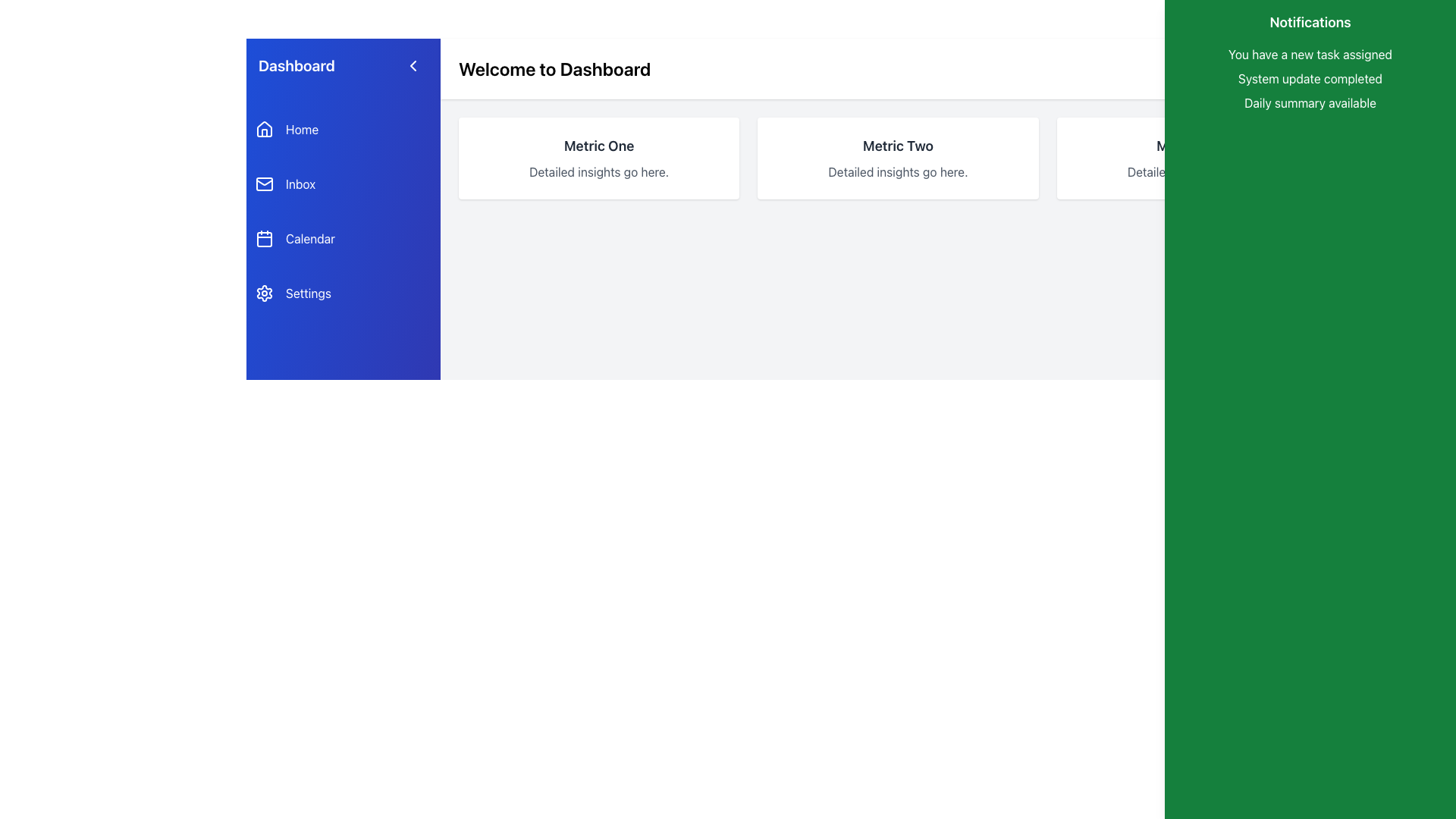  Describe the element at coordinates (297, 65) in the screenshot. I see `the header text element in the navigation menu, which indicates the user's current location within the application` at that location.